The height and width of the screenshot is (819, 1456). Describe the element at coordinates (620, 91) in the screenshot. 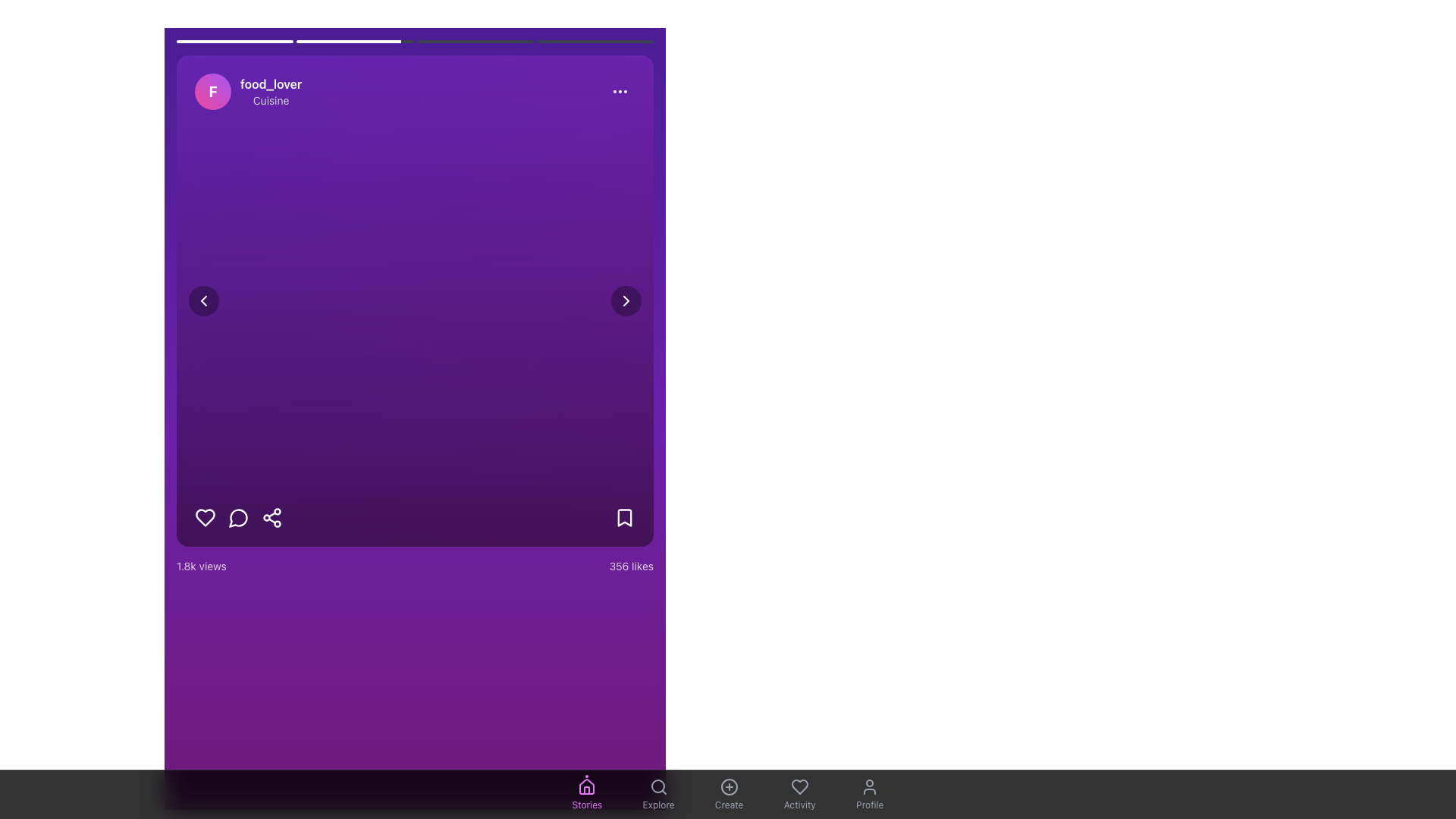

I see `the circular button with a white triple-dot icon on a purple background located at the top-right corner of the card` at that location.